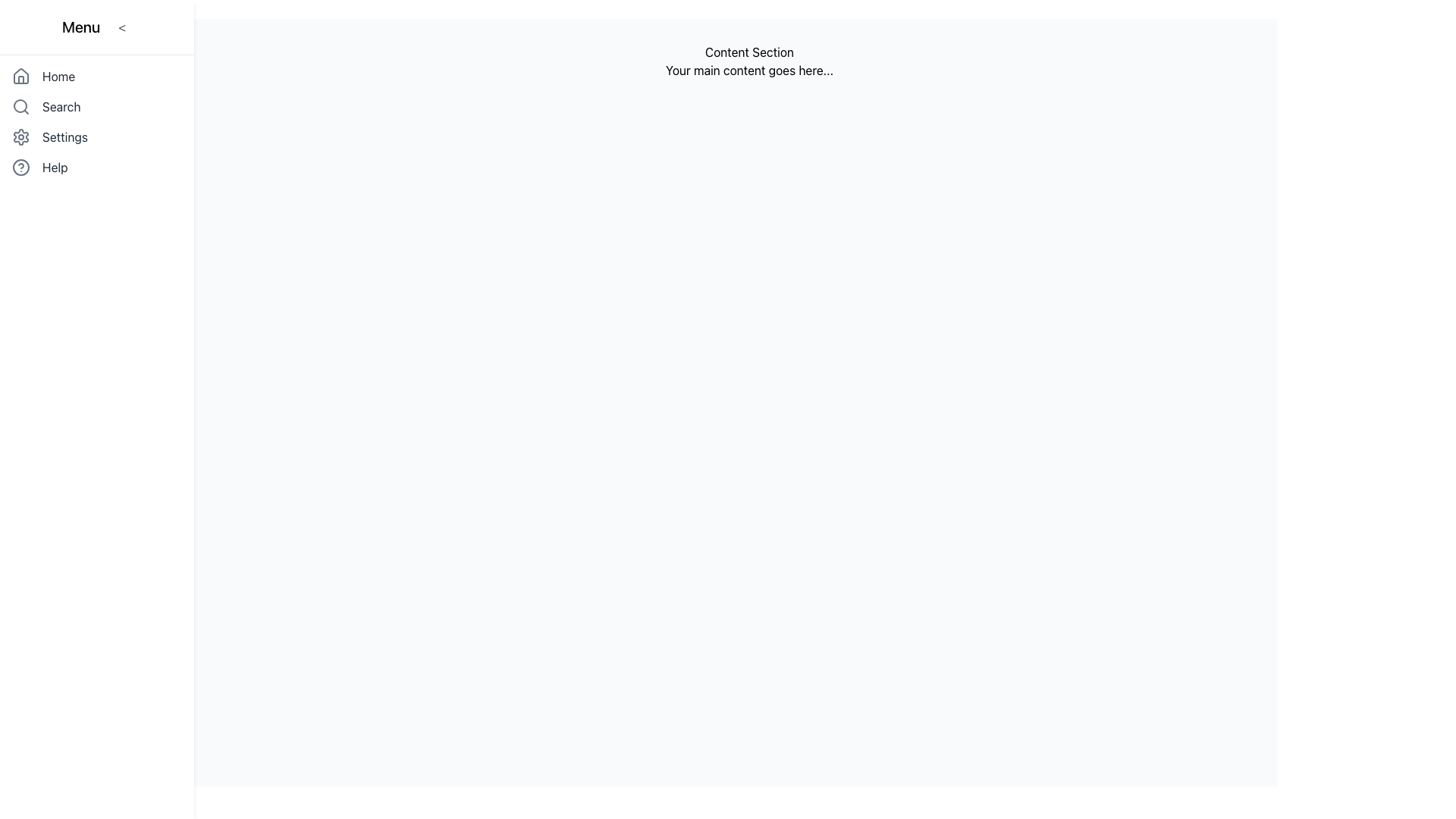 This screenshot has height=819, width=1456. I want to click on the styling of the help Text label located in the sidebar navigation menu as the fourth item under 'Settings', so click(55, 167).